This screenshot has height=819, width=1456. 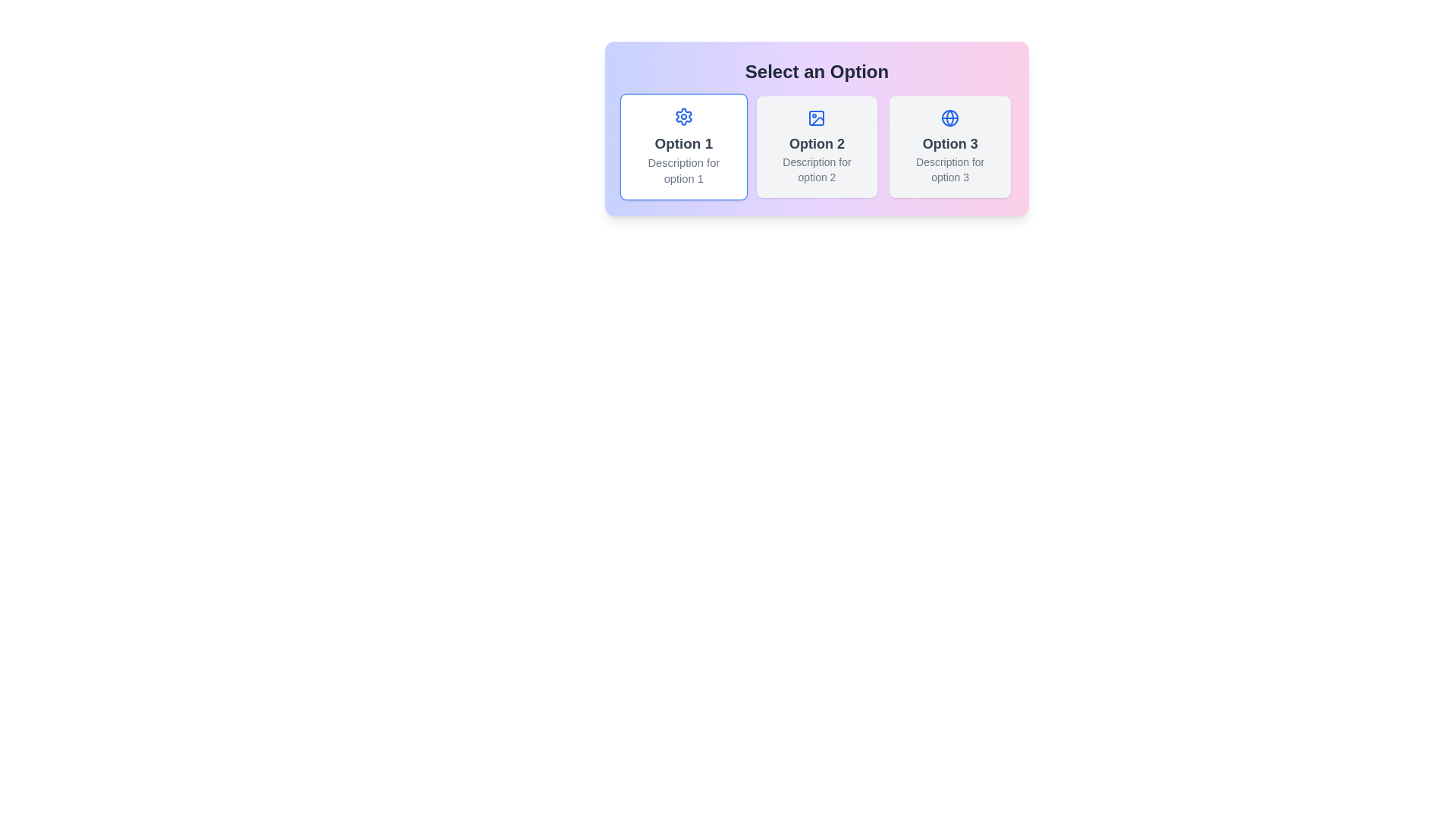 I want to click on the label indicating the name of the option represented by the first card in the horizontal layout beneath the 'Select an Option' header, so click(x=682, y=143).